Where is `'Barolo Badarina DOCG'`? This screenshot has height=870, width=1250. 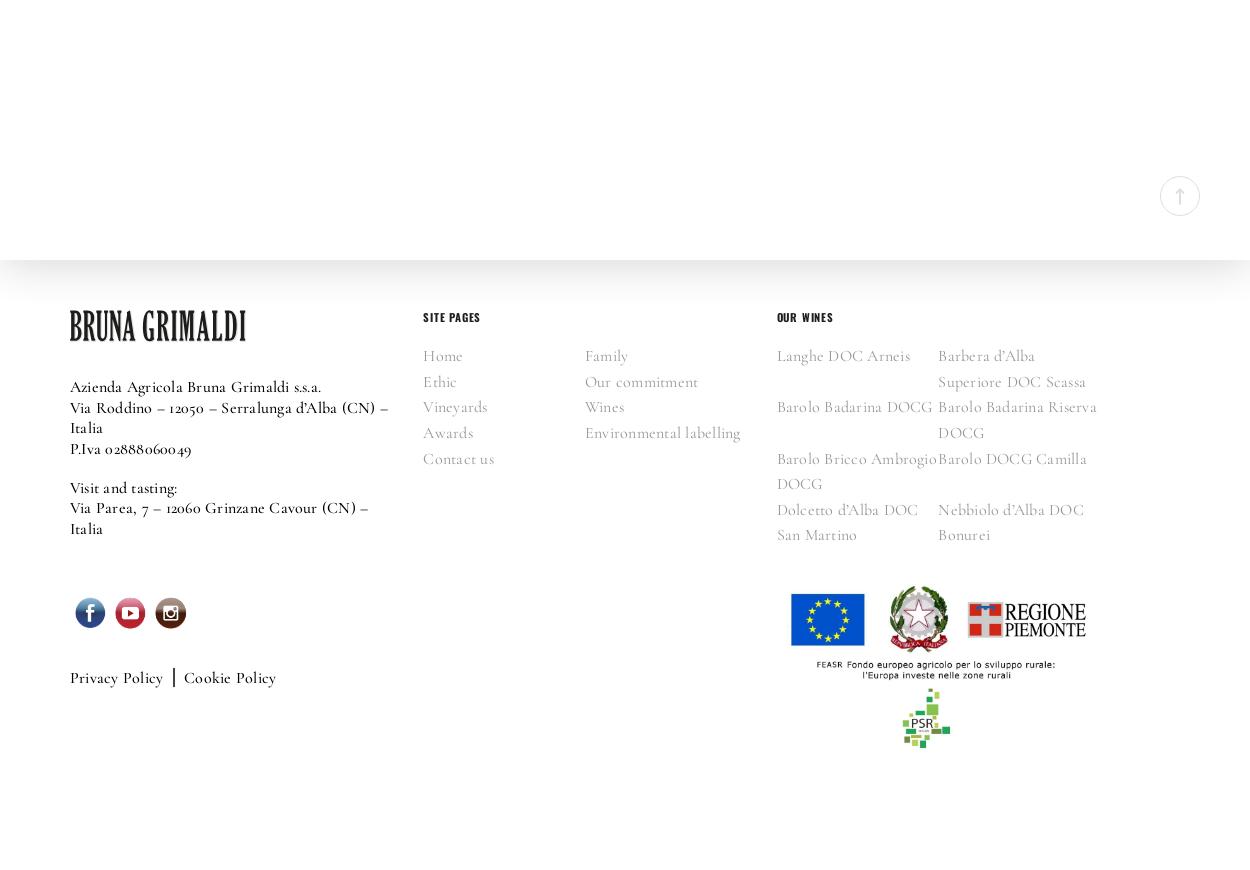 'Barolo Badarina DOCG' is located at coordinates (853, 406).